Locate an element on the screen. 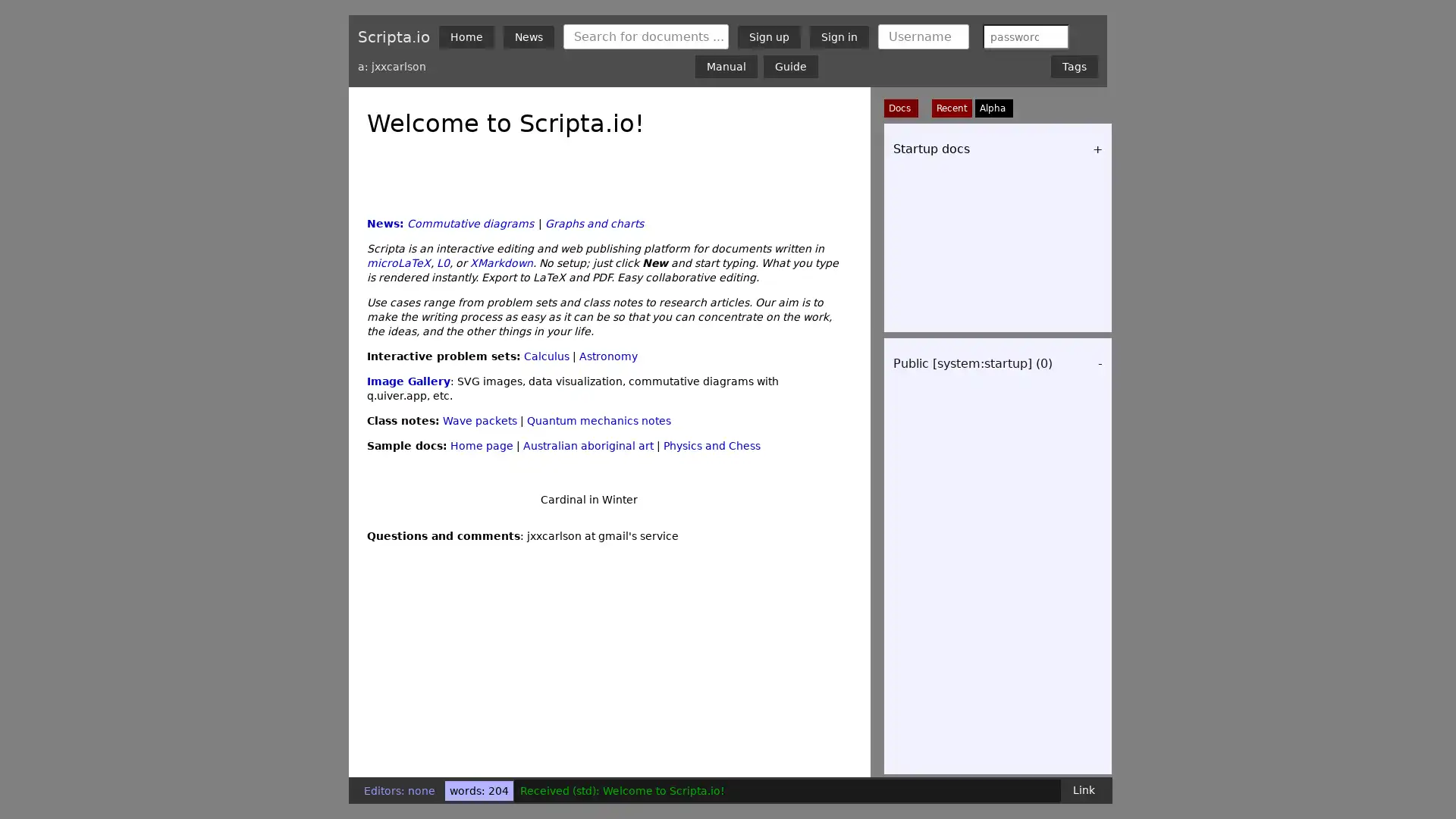 The width and height of the screenshot is (1456, 819). Manual Manuals, templates, answers to common questions is located at coordinates (726, 66).